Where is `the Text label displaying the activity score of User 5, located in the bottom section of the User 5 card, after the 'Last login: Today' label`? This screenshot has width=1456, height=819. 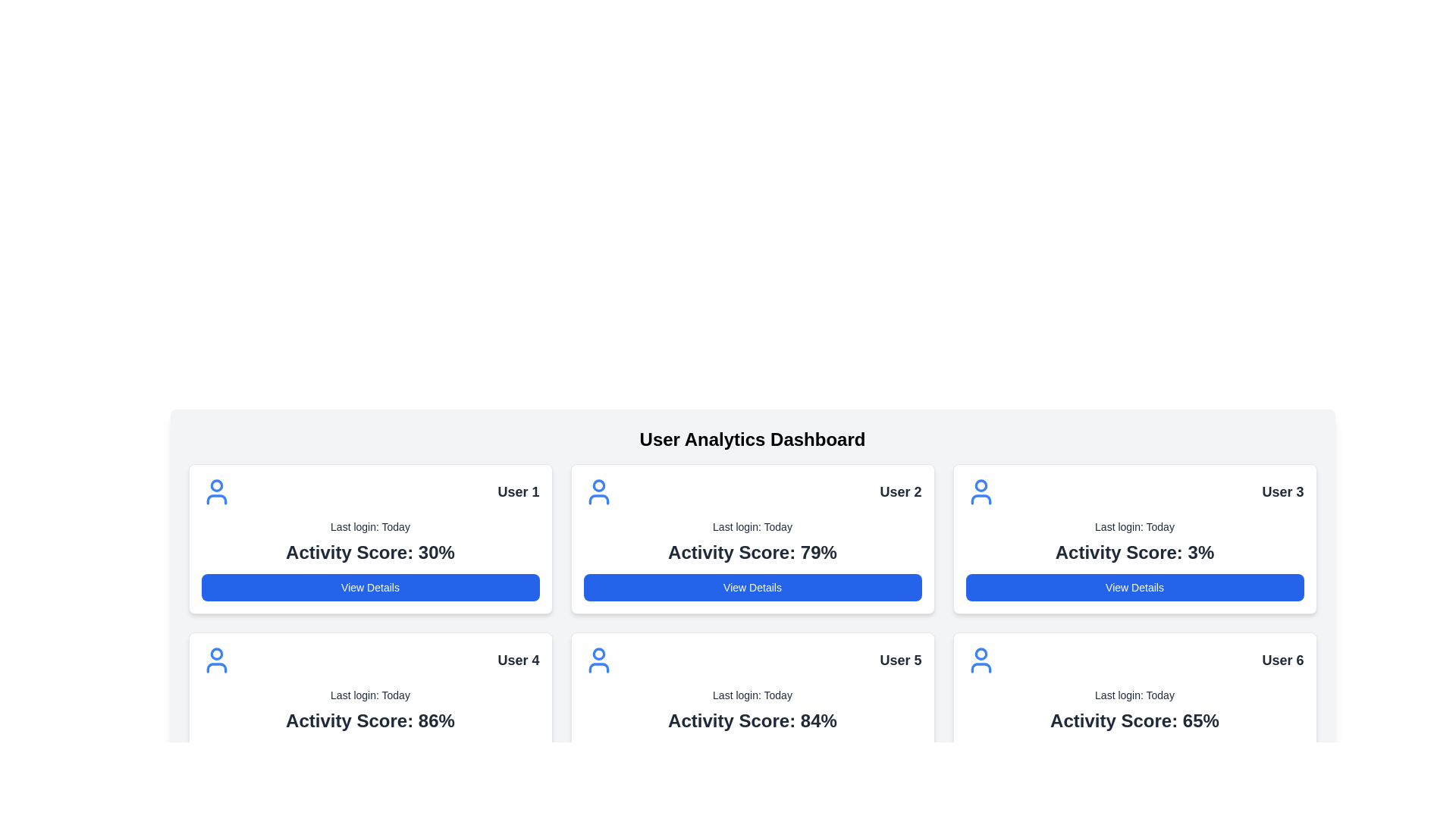
the Text label displaying the activity score of User 5, located in the bottom section of the User 5 card, after the 'Last login: Today' label is located at coordinates (752, 720).